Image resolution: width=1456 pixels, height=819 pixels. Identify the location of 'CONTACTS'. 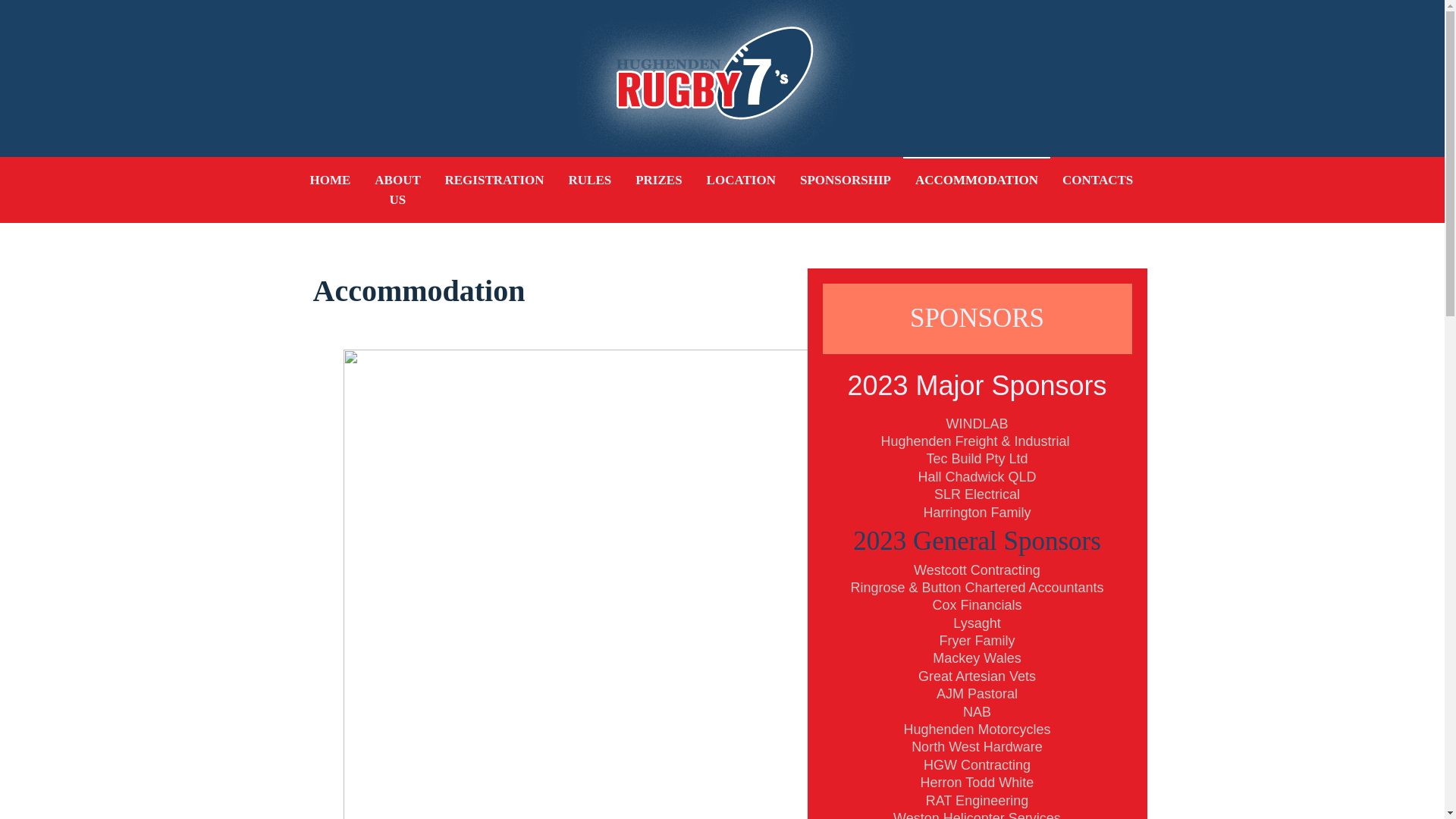
(1097, 180).